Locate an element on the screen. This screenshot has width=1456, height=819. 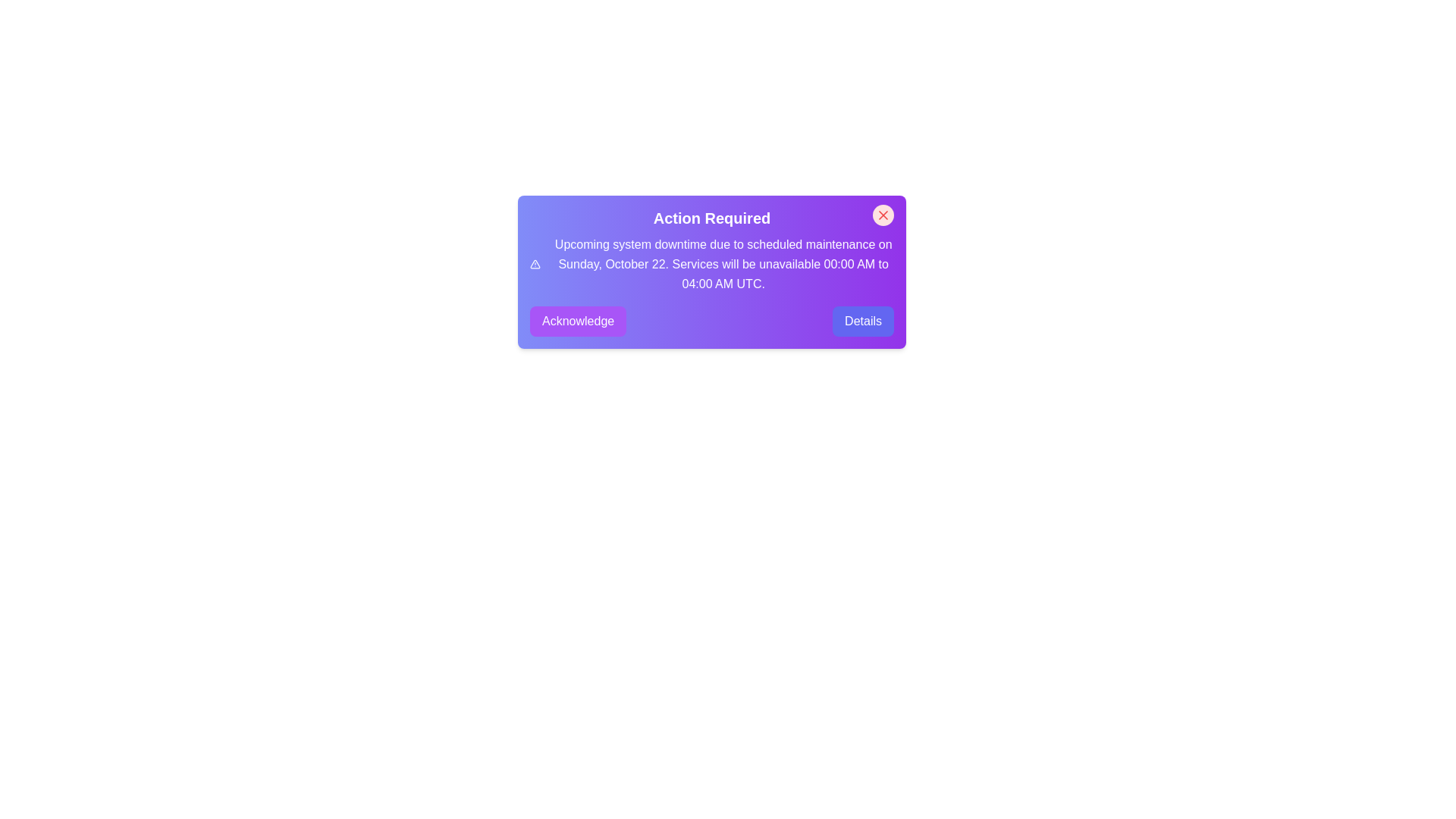
'Details' button to view more information is located at coordinates (862, 321).